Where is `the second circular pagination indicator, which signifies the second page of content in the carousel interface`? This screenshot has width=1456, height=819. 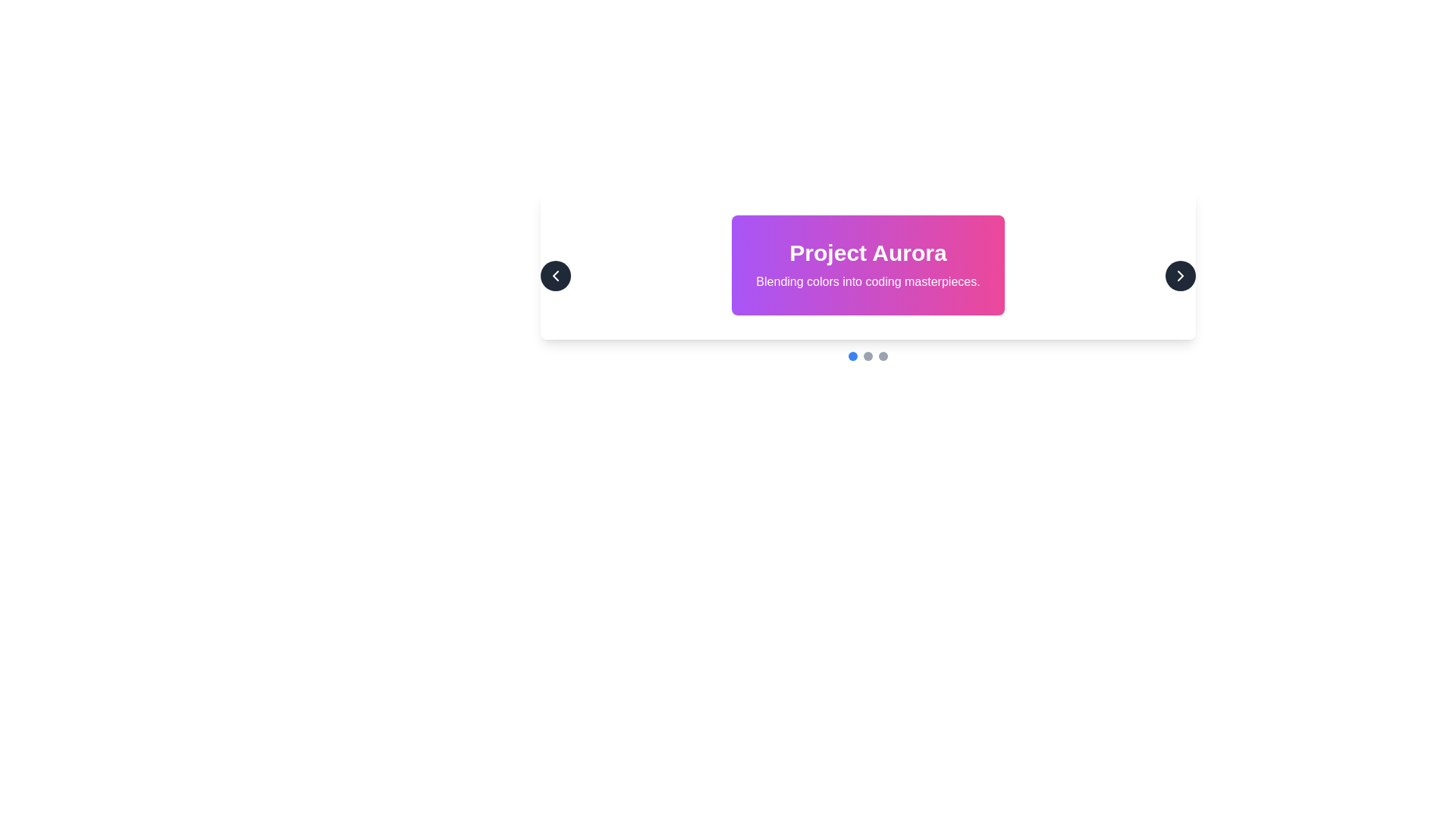
the second circular pagination indicator, which signifies the second page of content in the carousel interface is located at coordinates (868, 356).